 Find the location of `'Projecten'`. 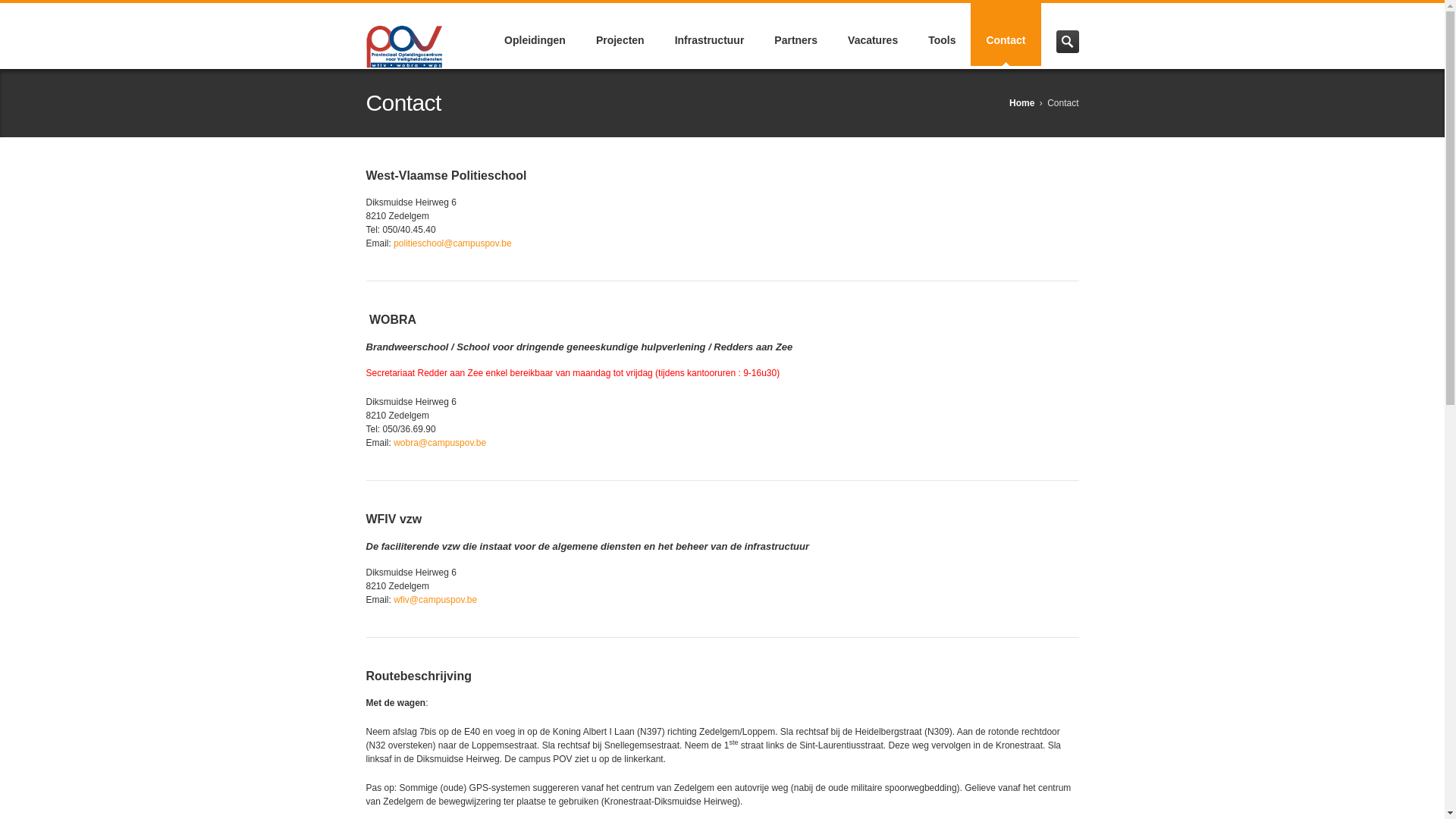

'Projecten' is located at coordinates (620, 34).